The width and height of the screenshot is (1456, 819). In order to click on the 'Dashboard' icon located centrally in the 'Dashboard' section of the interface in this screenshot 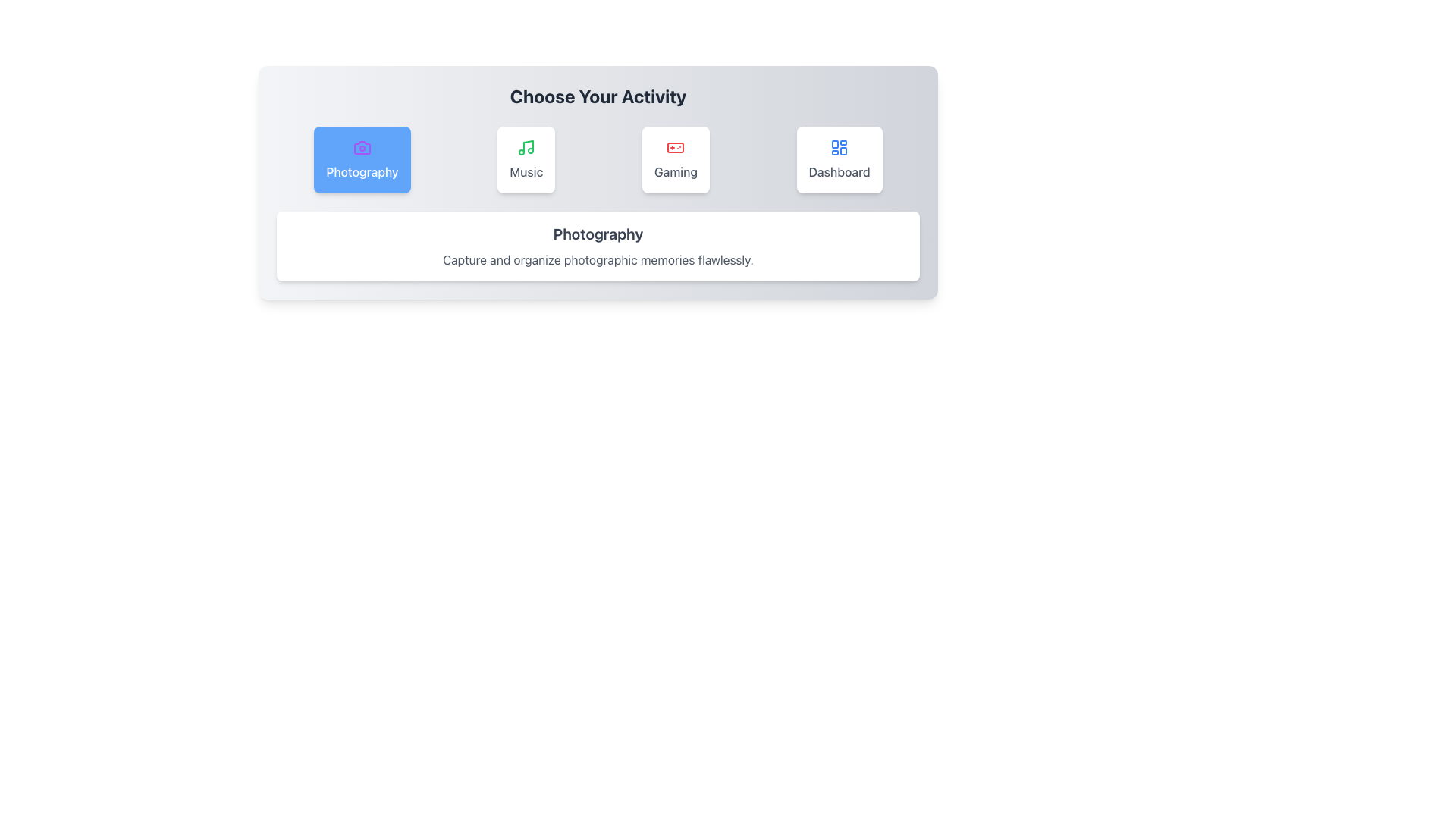, I will do `click(839, 148)`.